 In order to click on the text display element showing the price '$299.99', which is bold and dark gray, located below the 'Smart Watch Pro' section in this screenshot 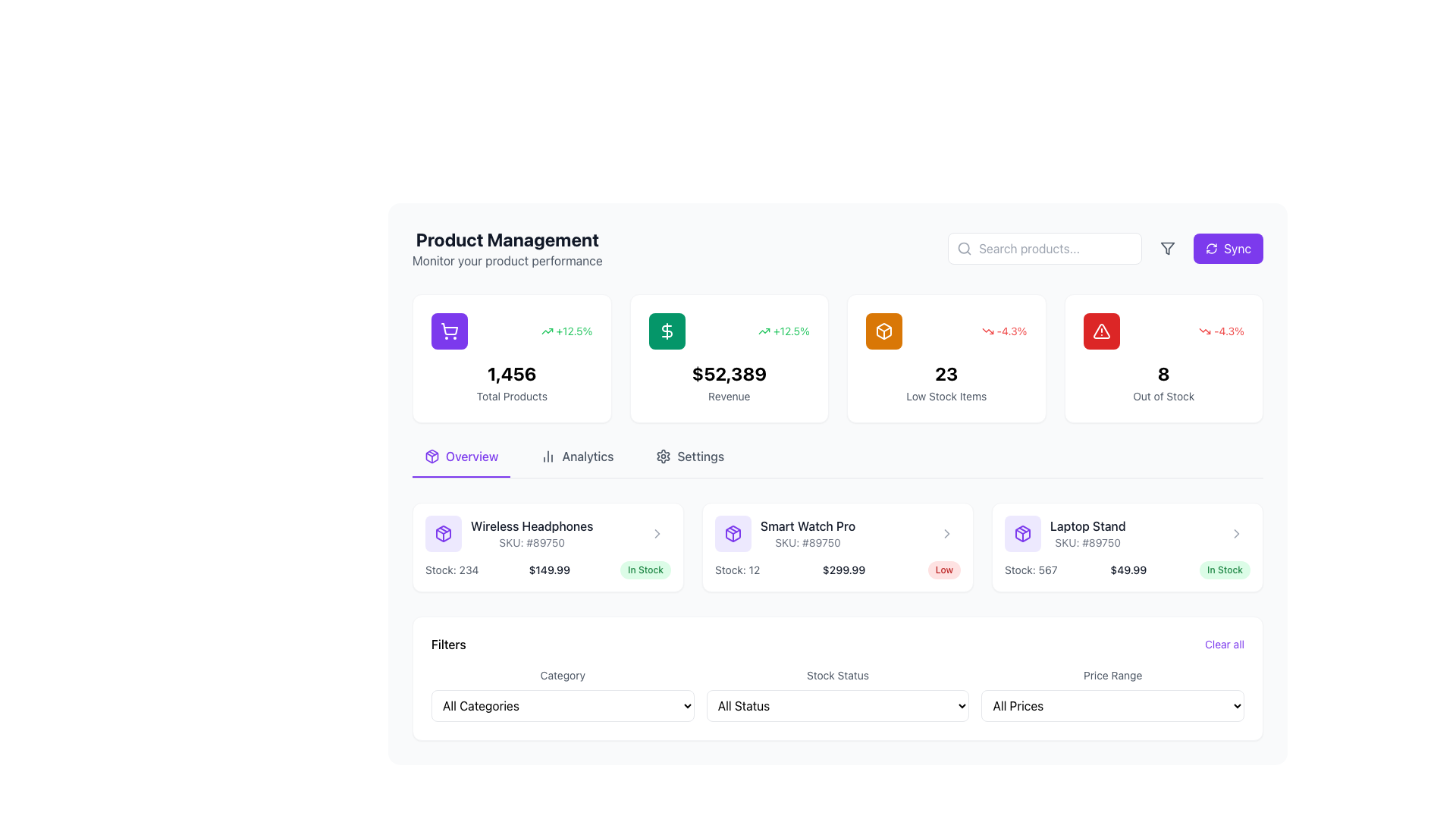, I will do `click(843, 570)`.